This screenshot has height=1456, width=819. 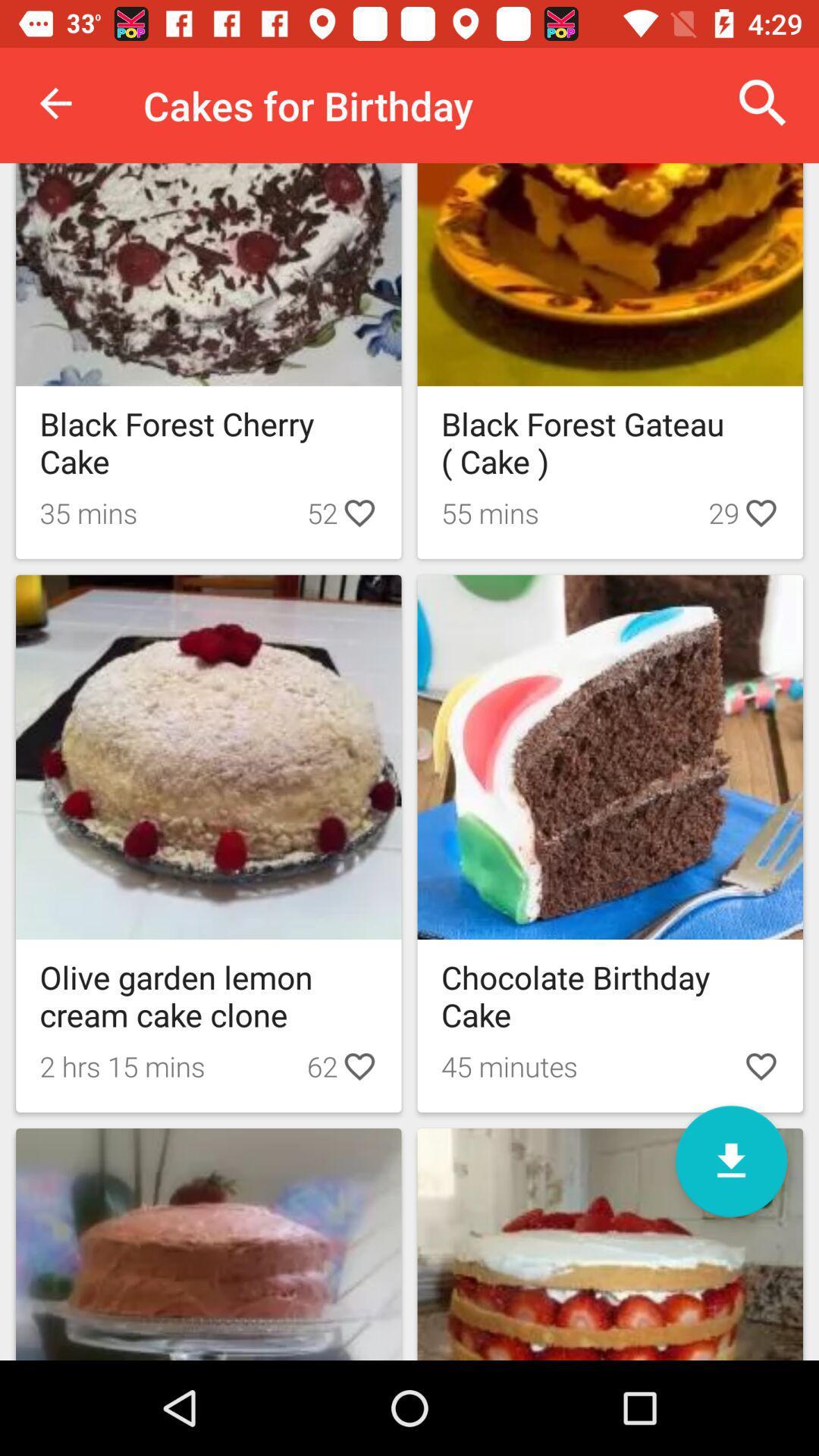 I want to click on the image which is above chocolate birthday cake, so click(x=610, y=757).